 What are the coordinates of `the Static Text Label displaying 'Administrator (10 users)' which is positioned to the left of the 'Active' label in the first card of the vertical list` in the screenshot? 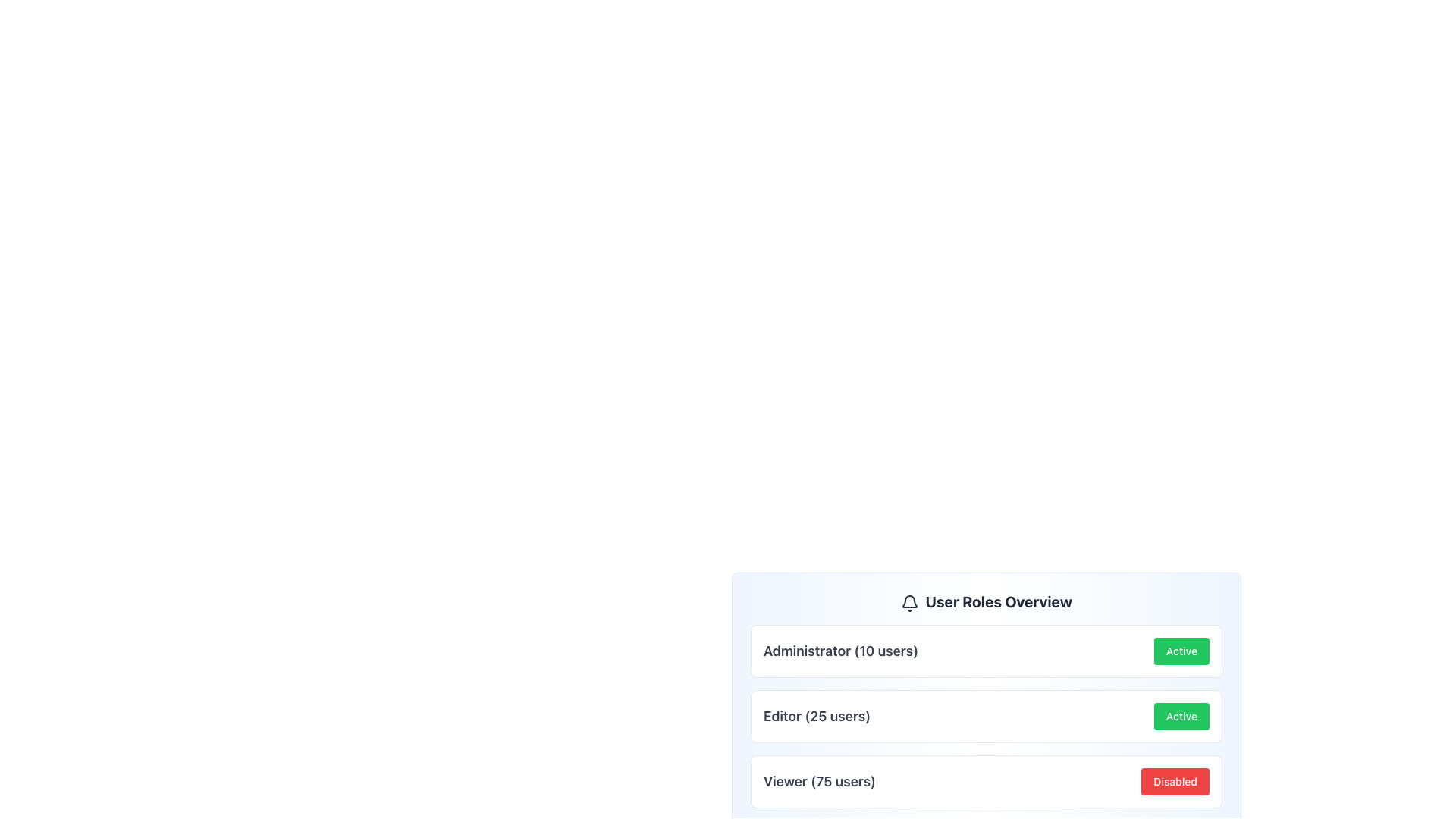 It's located at (839, 651).